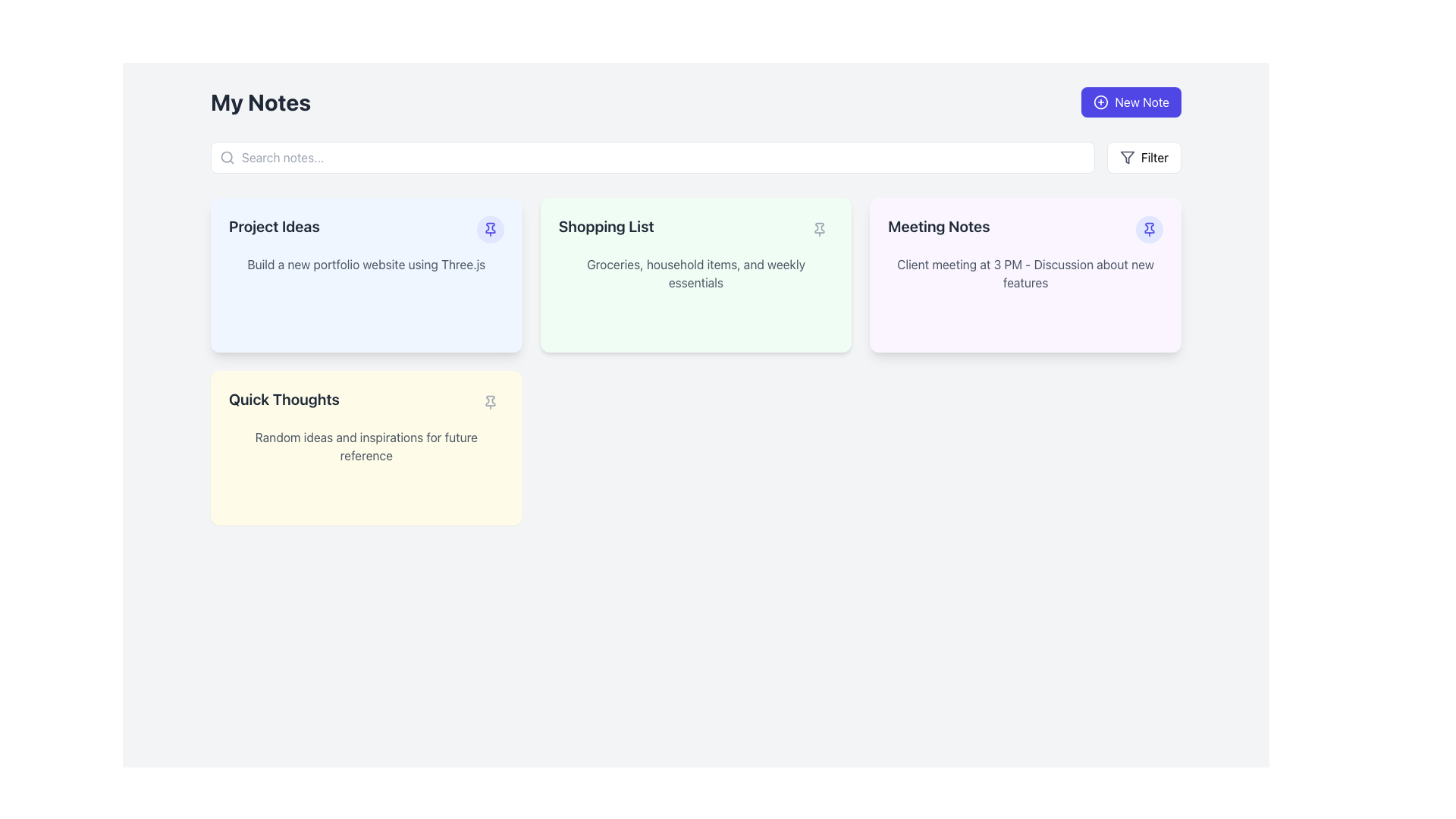  Describe the element at coordinates (261, 102) in the screenshot. I see `the static text heading displaying 'My Notes' which is bold, dark gray, and prominently styled as a header` at that location.